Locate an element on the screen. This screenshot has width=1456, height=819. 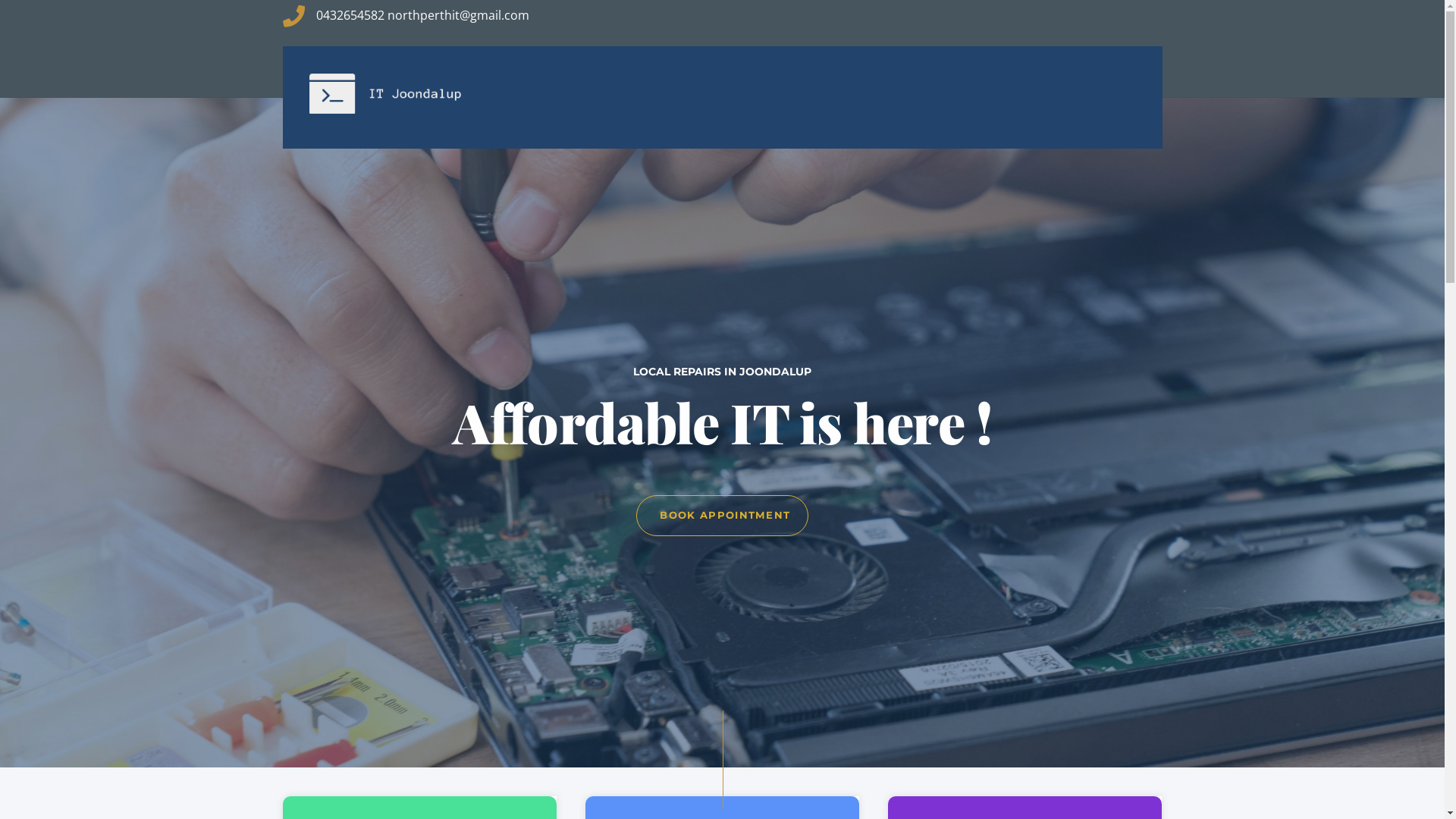
'BOOK APPOINTMENT' is located at coordinates (720, 514).